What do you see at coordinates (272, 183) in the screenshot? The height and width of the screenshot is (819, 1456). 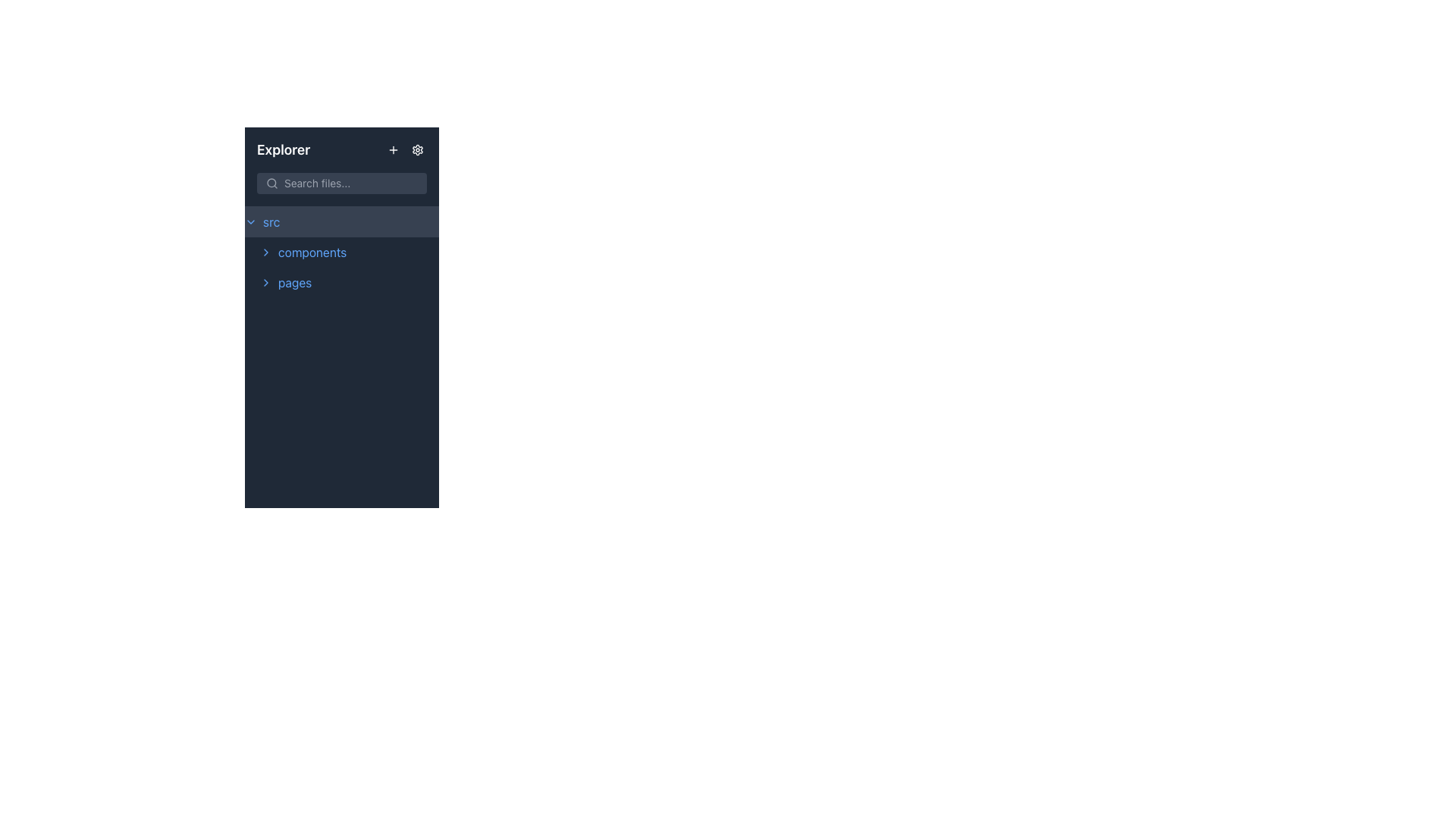 I see `the magnifying glass icon in the search bar interface, which is located to the left of the text input area within the explorer sidebar` at bounding box center [272, 183].